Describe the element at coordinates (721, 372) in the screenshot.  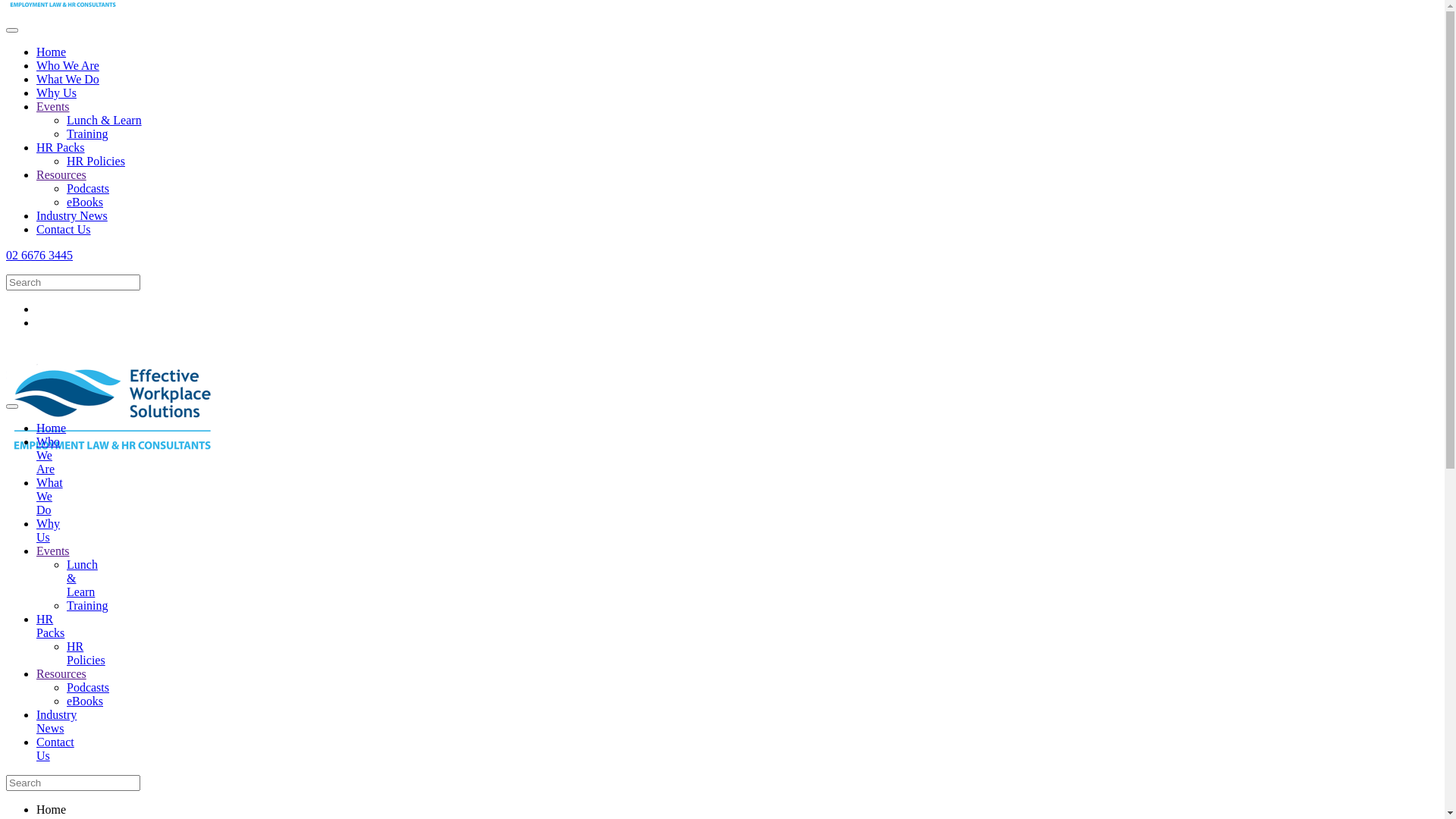
I see `'02 6676 3445'` at that location.